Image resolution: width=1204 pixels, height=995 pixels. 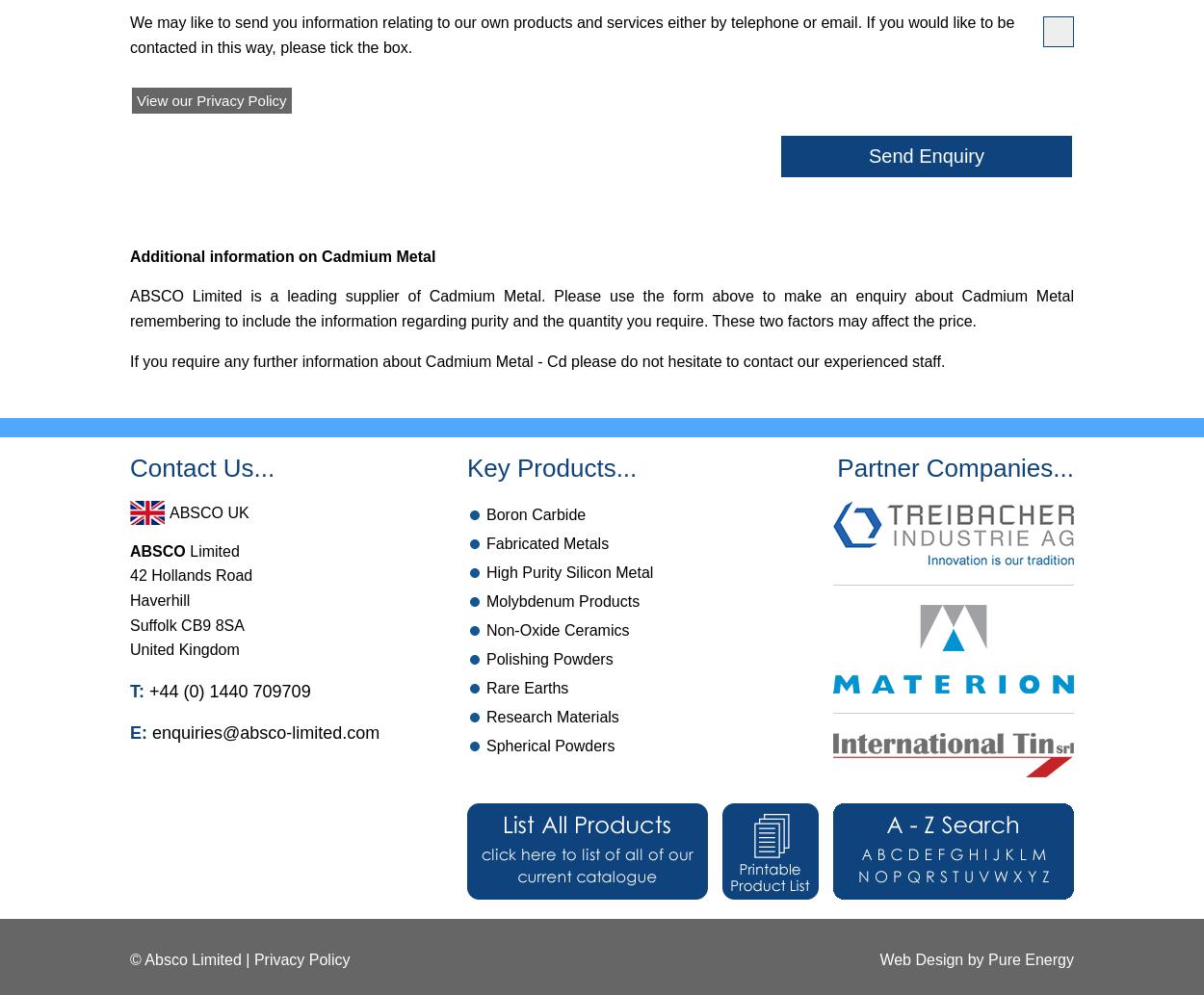 What do you see at coordinates (144, 691) in the screenshot?
I see `'+44 (0) 1440 709709'` at bounding box center [144, 691].